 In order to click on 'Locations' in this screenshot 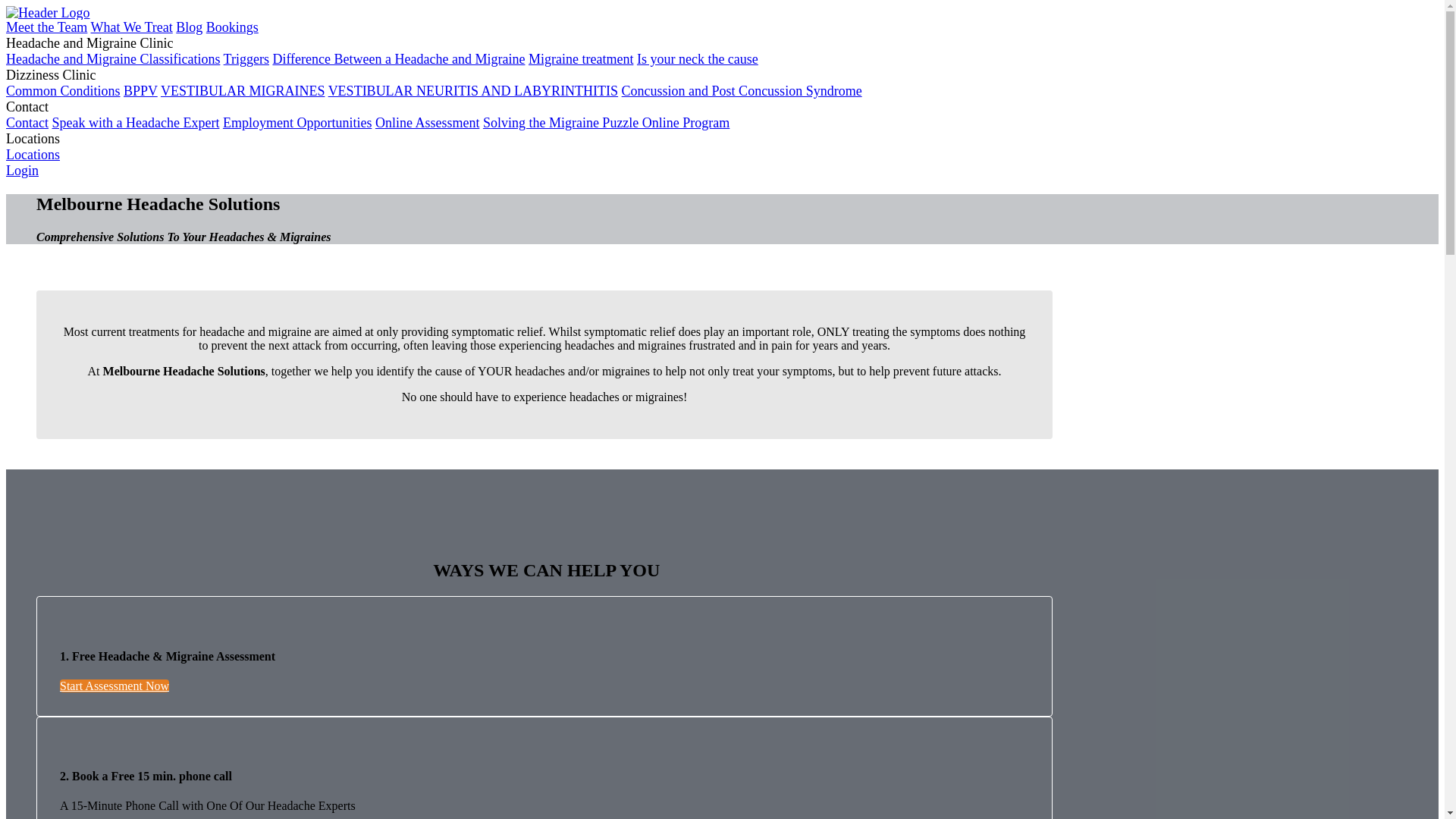, I will do `click(6, 138)`.